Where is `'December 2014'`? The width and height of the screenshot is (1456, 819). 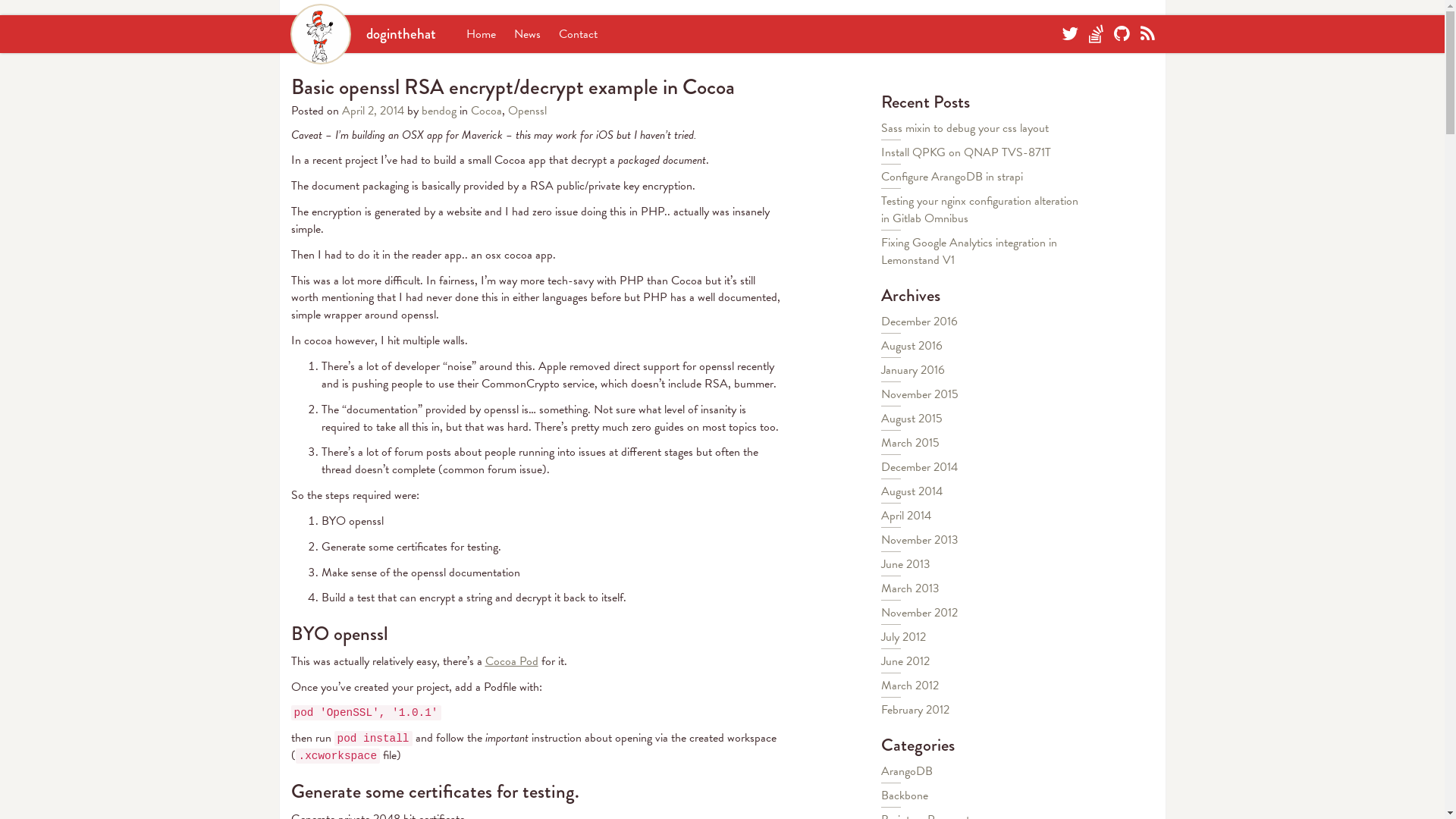 'December 2014' is located at coordinates (918, 466).